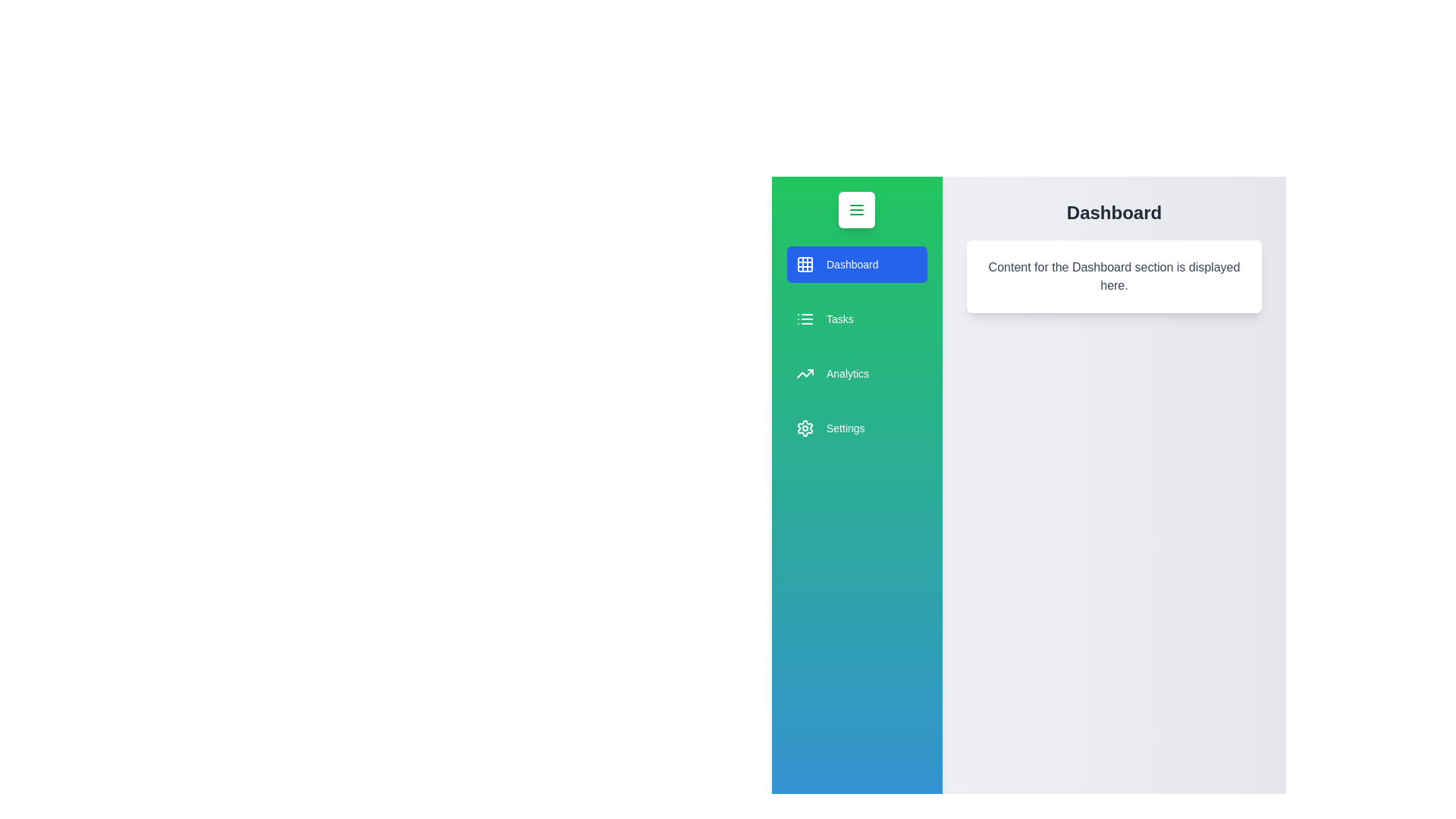 The height and width of the screenshot is (819, 1456). Describe the element at coordinates (856, 263) in the screenshot. I see `the Dashboard tab` at that location.